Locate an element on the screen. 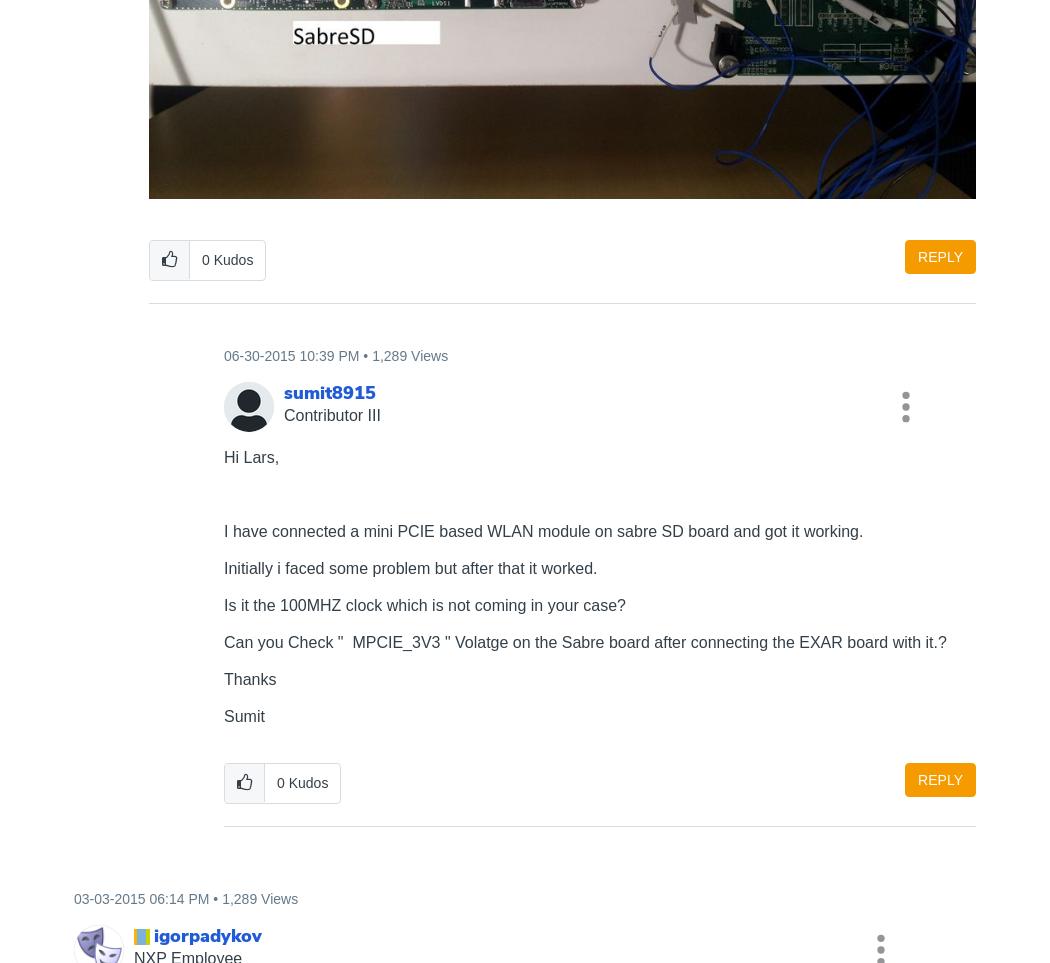 The width and height of the screenshot is (1050, 963). 'Thanks' is located at coordinates (222, 678).